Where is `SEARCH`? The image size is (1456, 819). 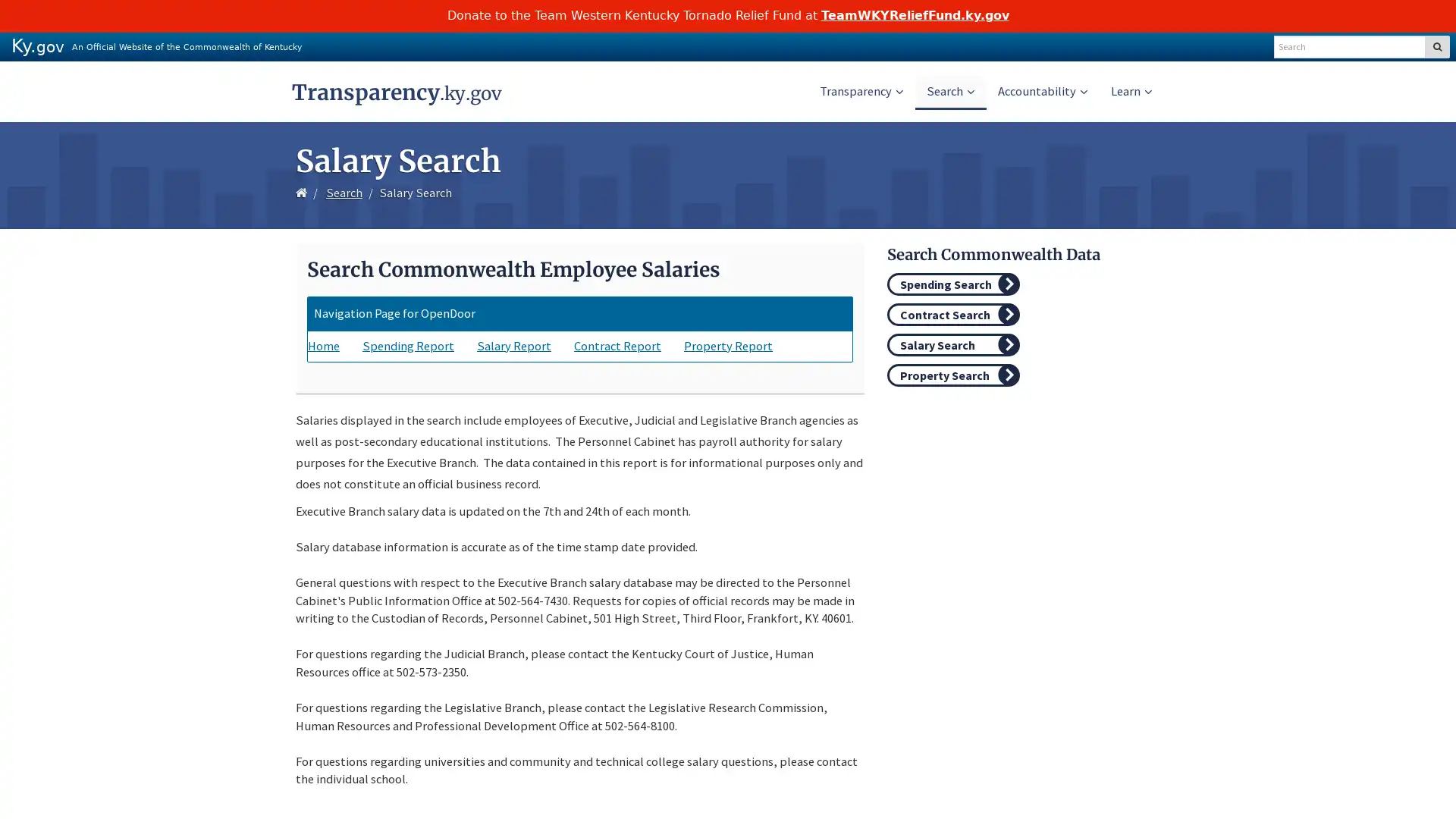 SEARCH is located at coordinates (1436, 45).